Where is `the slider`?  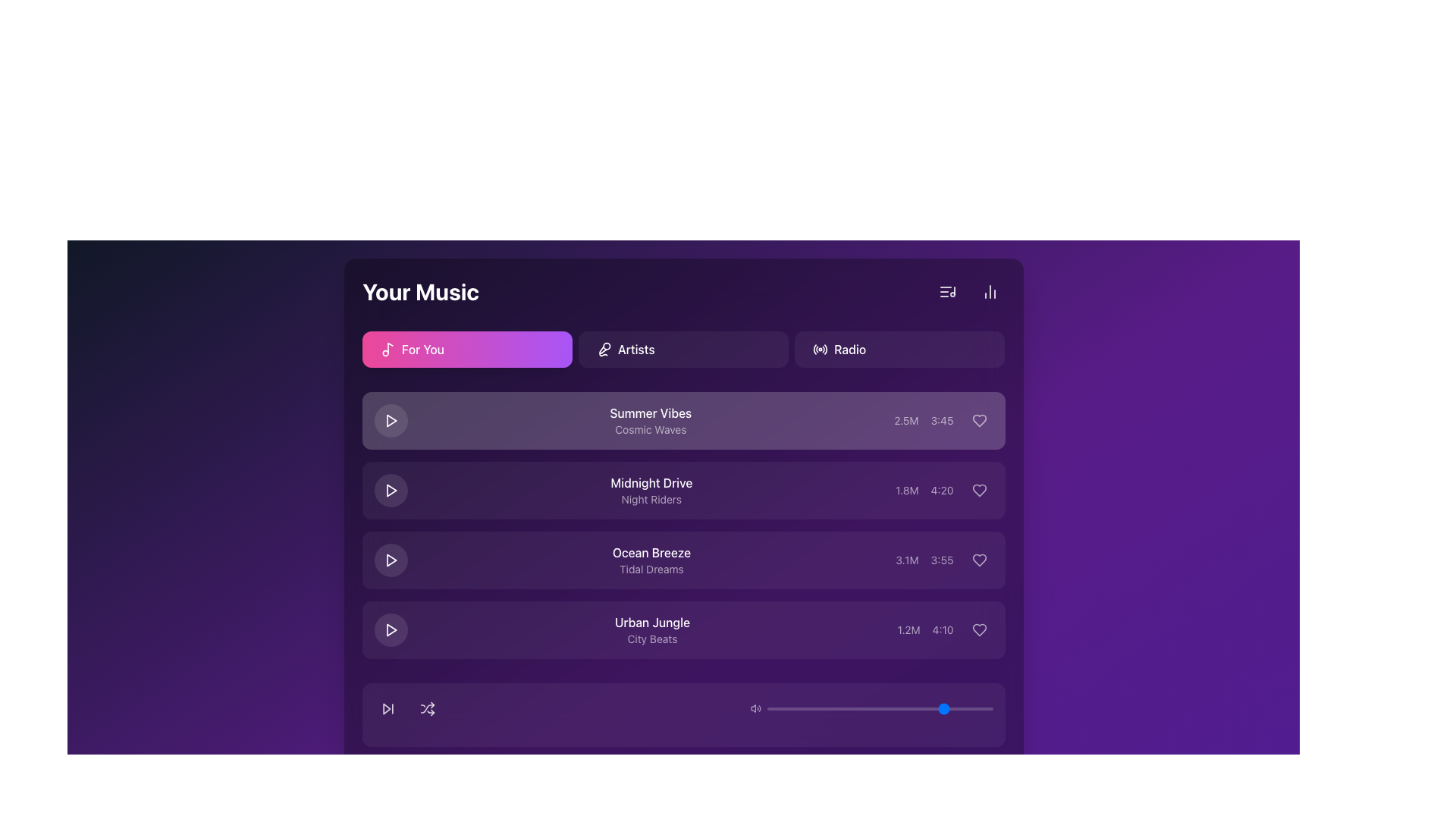
the slider is located at coordinates (953, 708).